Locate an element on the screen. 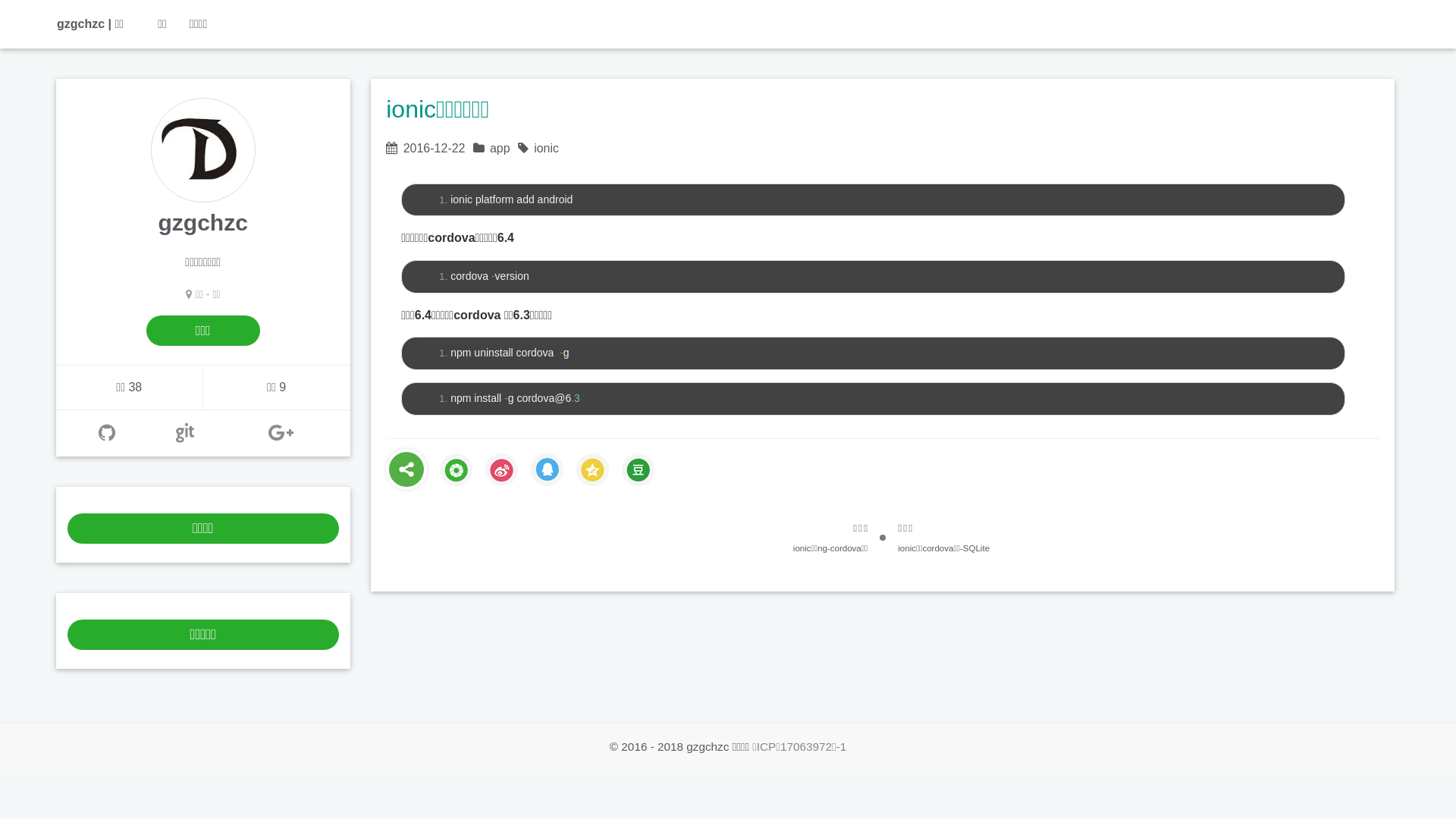  'tQQ' is located at coordinates (546, 469).